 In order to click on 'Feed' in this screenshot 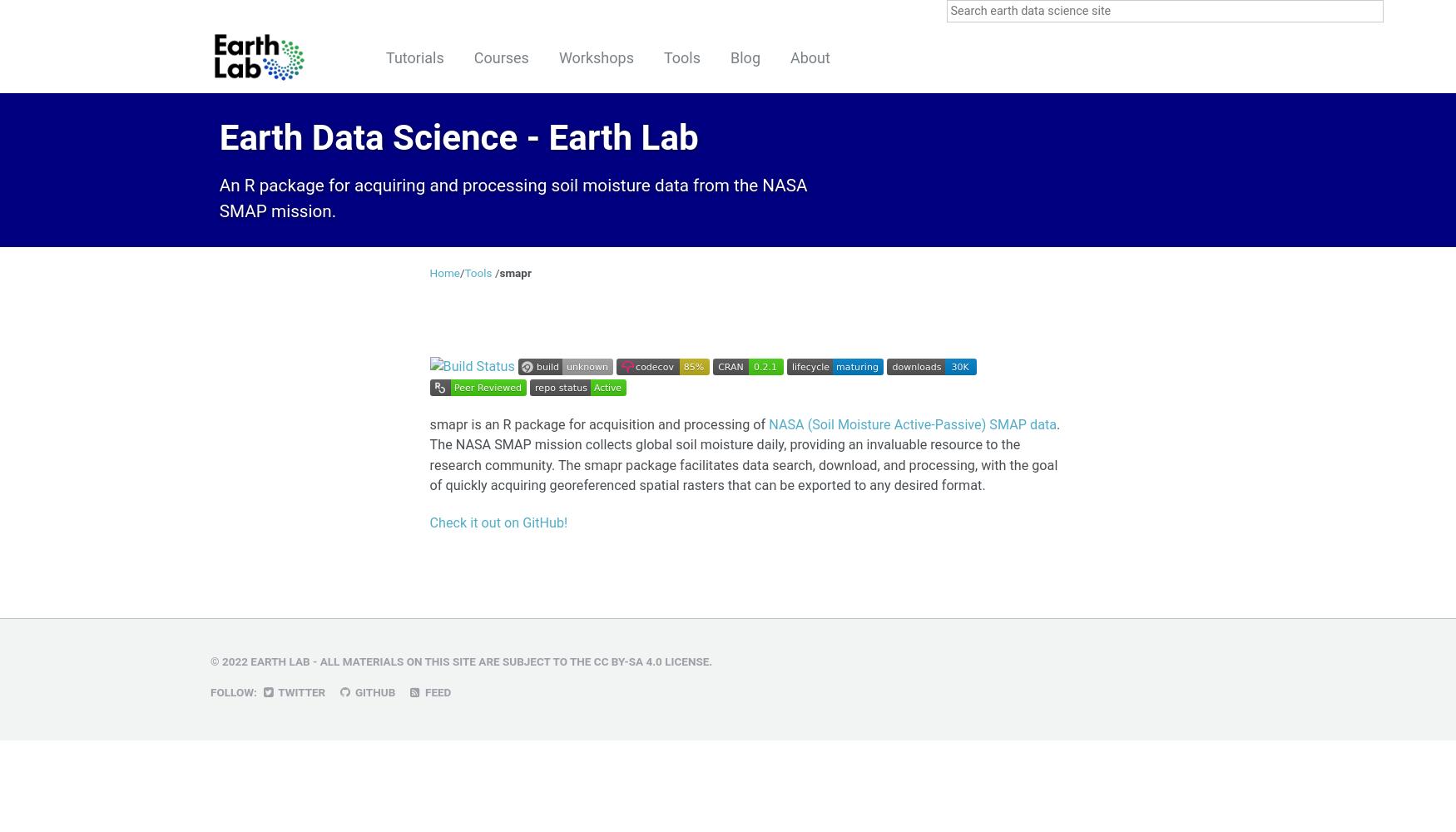, I will do `click(435, 691)`.